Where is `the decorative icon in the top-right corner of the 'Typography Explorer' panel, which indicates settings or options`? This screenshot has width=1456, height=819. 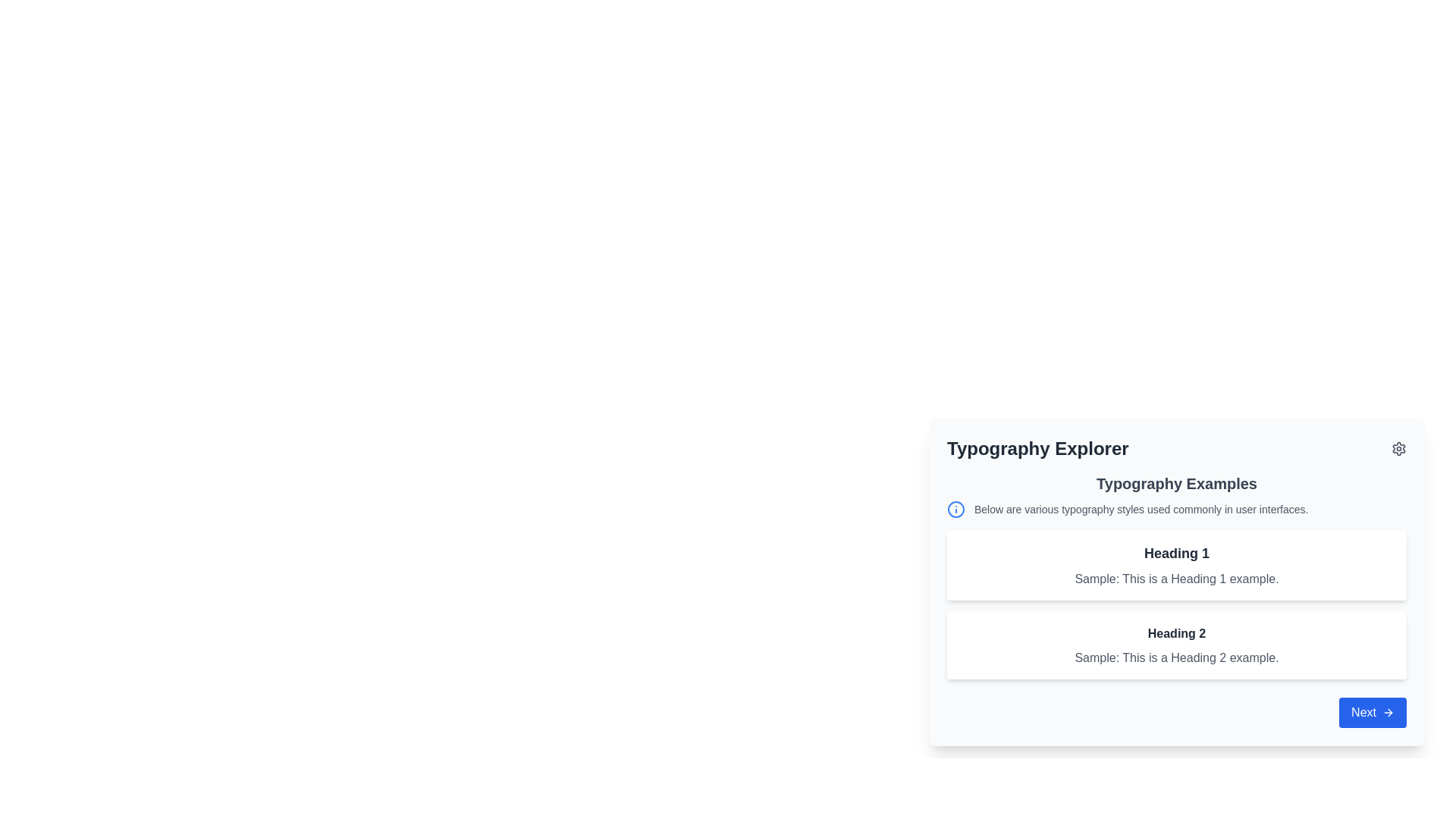
the decorative icon in the top-right corner of the 'Typography Explorer' panel, which indicates settings or options is located at coordinates (1398, 447).